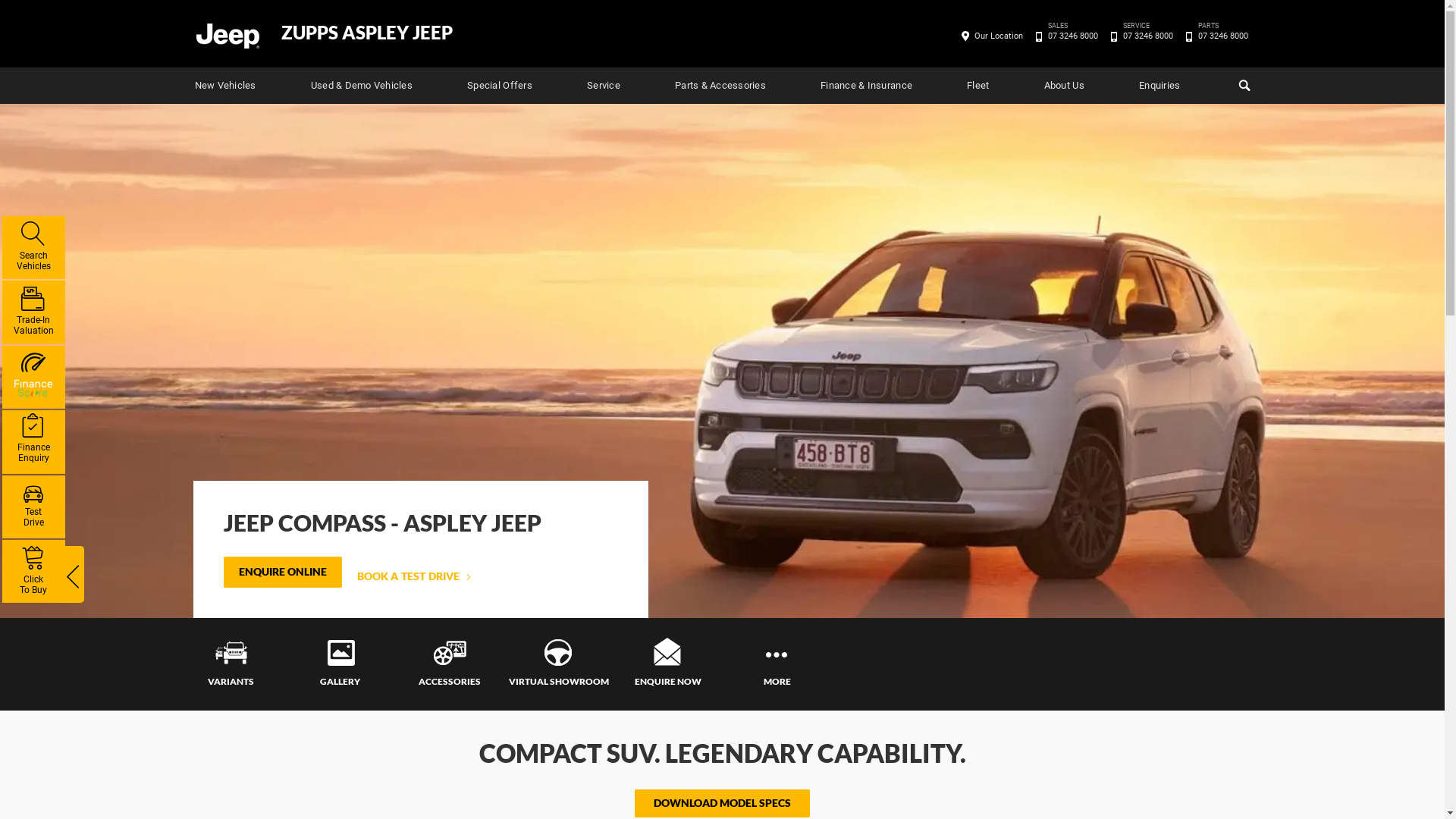 Image resolution: width=1456 pixels, height=819 pixels. Describe the element at coordinates (33, 506) in the screenshot. I see `'Test` at that location.